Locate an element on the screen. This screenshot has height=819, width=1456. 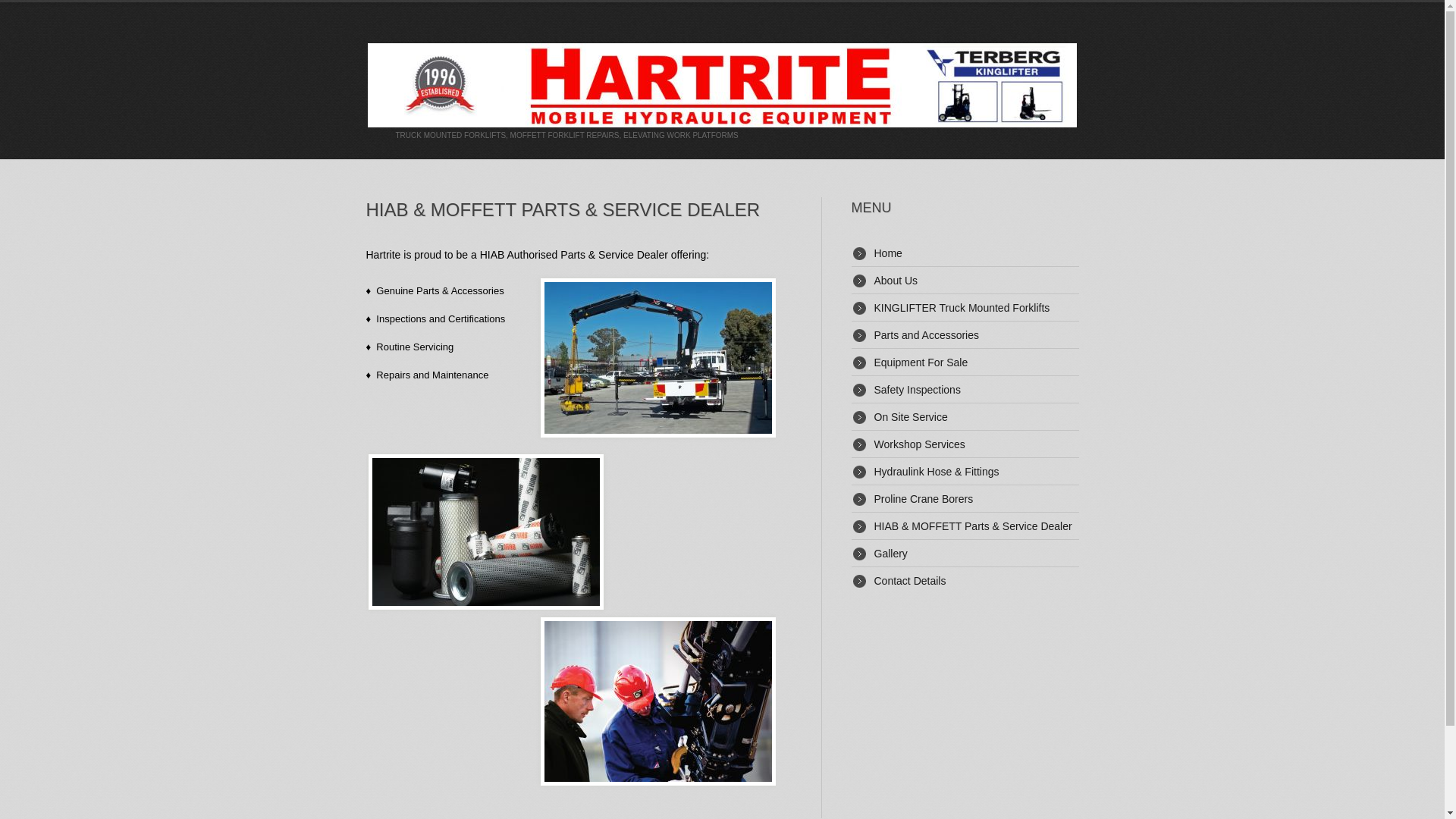
'Contact Details' is located at coordinates (909, 580).